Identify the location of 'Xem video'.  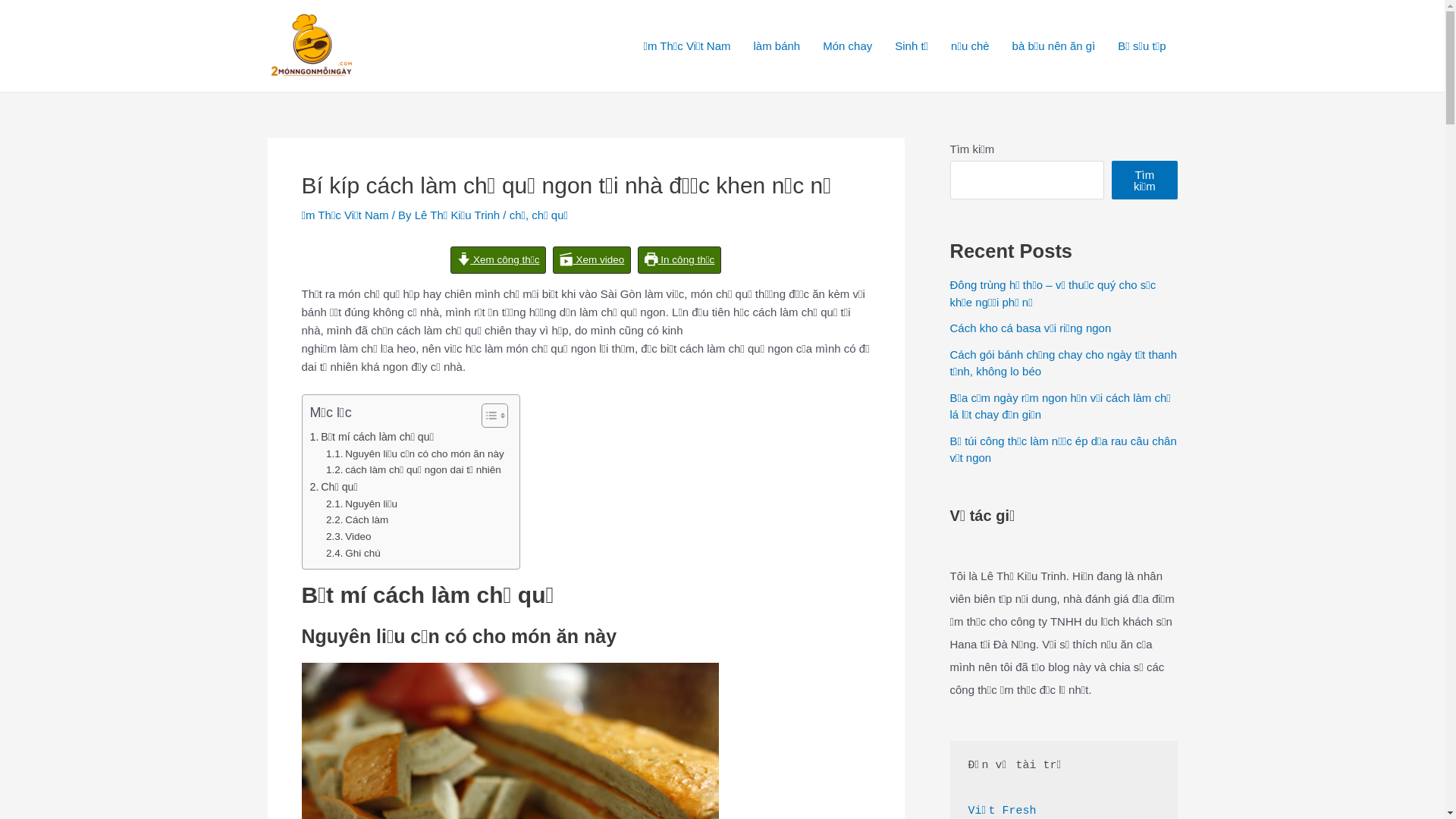
(591, 259).